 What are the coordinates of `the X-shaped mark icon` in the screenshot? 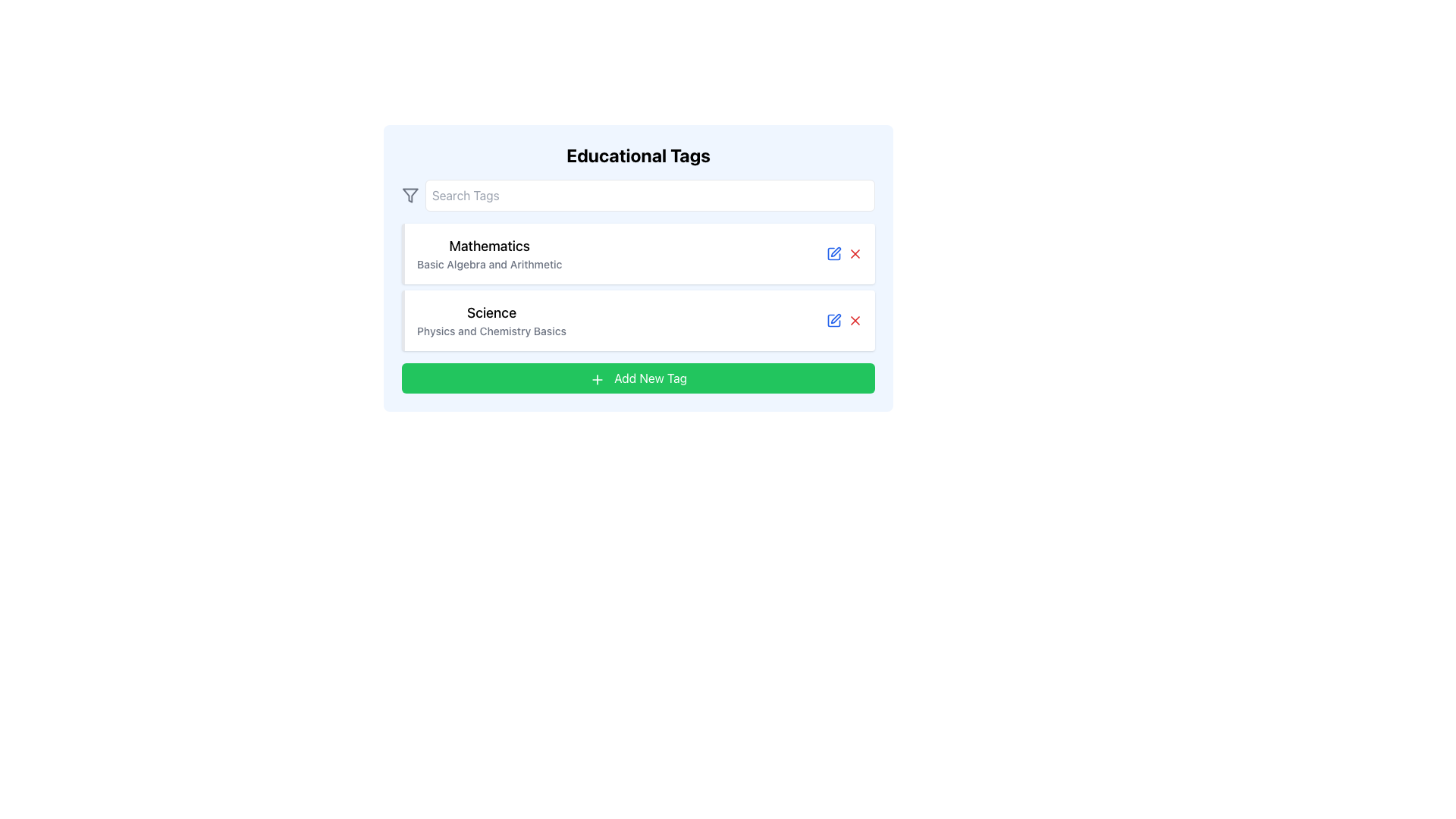 It's located at (855, 320).